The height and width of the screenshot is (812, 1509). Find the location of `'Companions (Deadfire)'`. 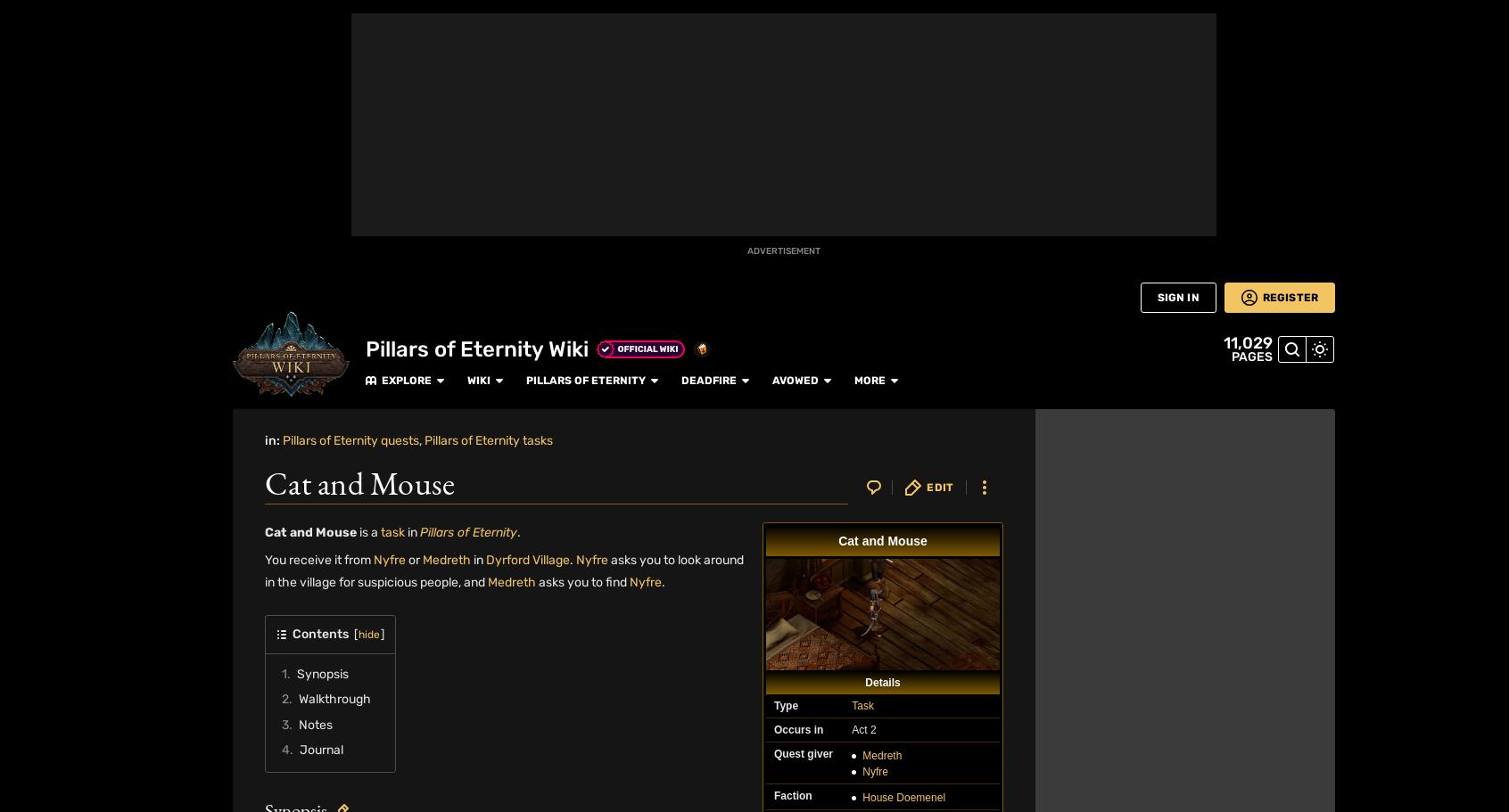

'Companions (Deadfire)' is located at coordinates (1175, 109).